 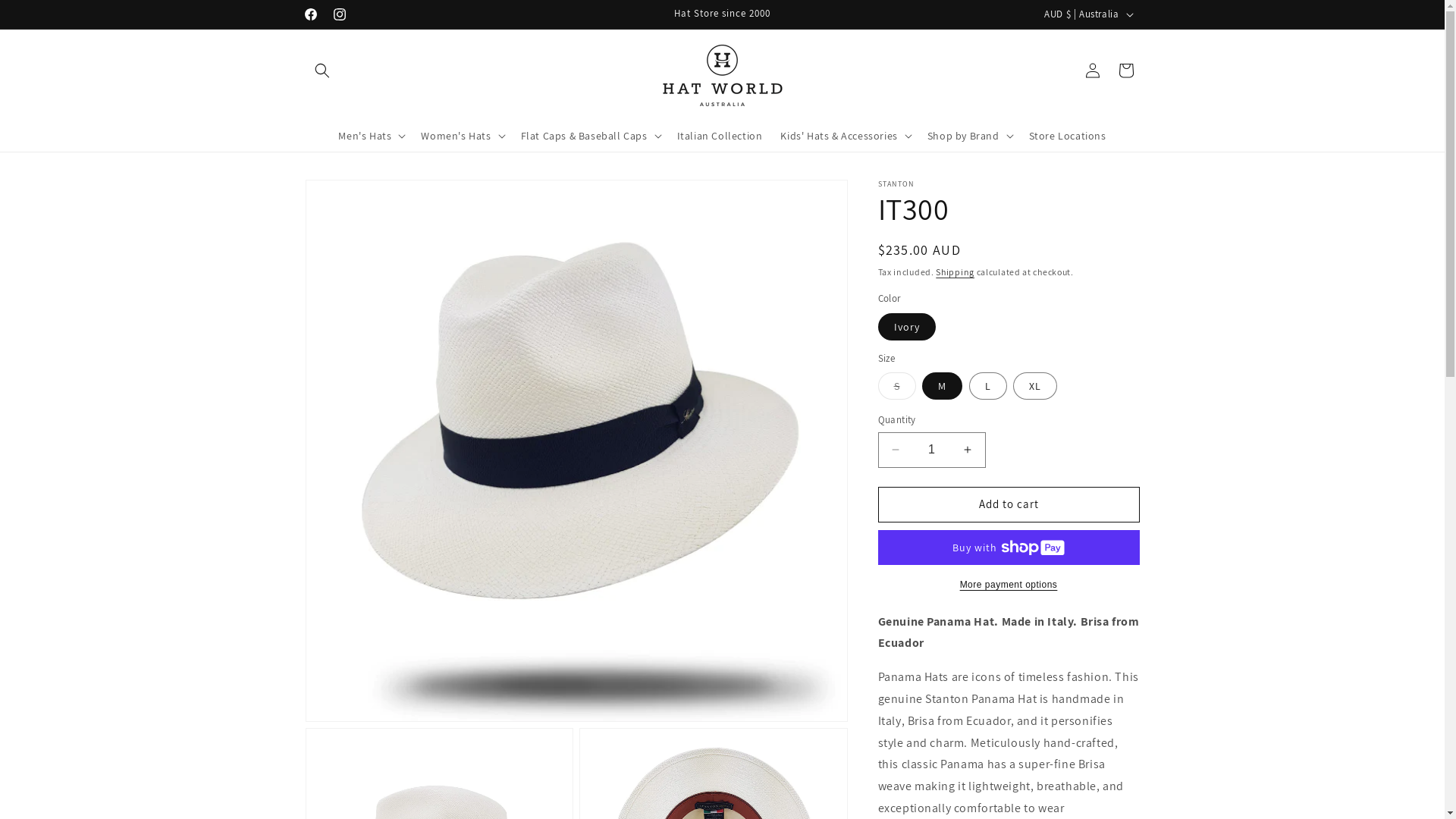 What do you see at coordinates (1125, 70) in the screenshot?
I see `'Cart'` at bounding box center [1125, 70].